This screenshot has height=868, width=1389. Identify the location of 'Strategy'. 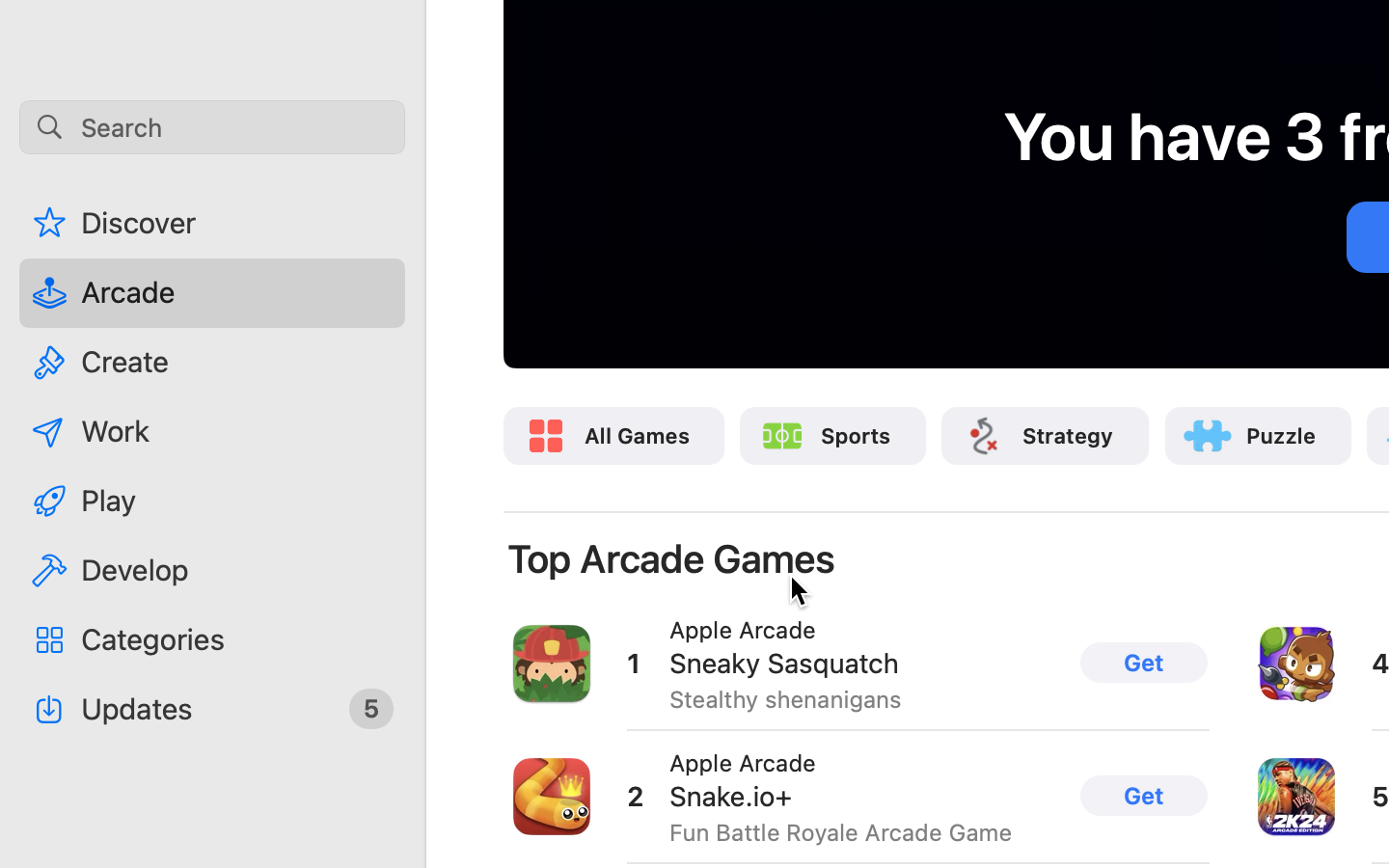
(1067, 434).